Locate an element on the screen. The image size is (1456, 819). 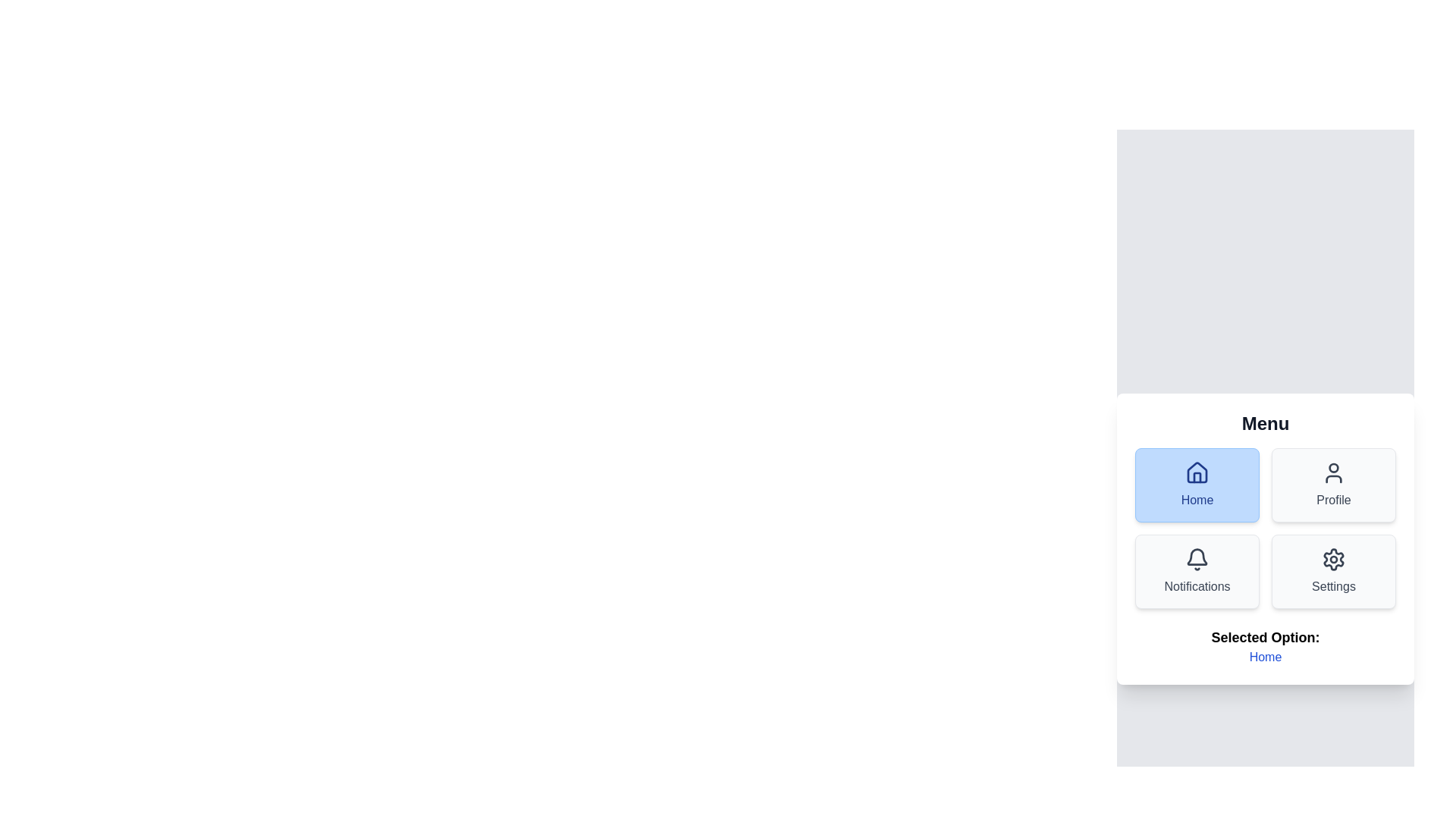
the menu option Home is located at coordinates (1197, 485).